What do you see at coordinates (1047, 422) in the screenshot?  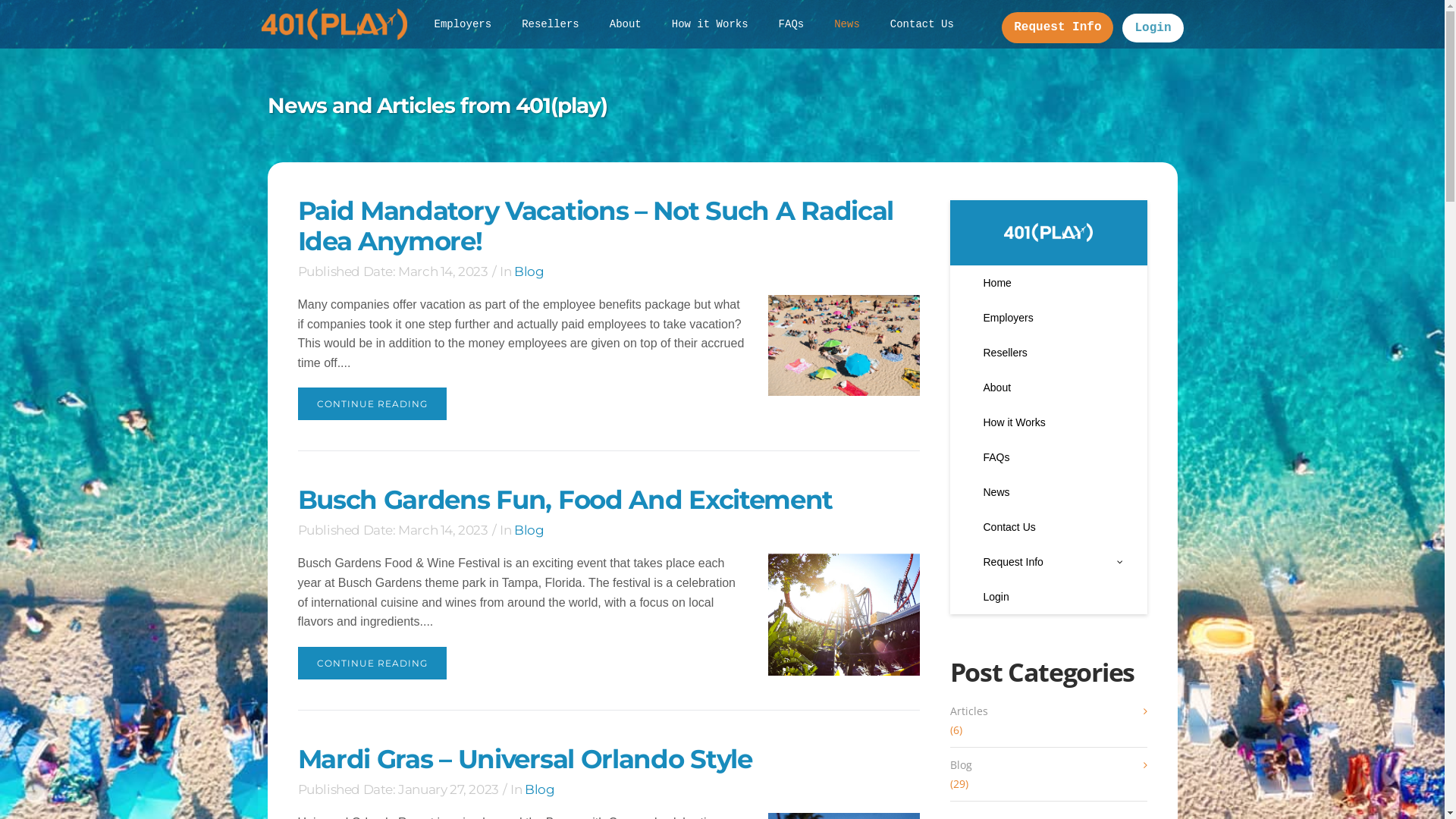 I see `'How it Works'` at bounding box center [1047, 422].